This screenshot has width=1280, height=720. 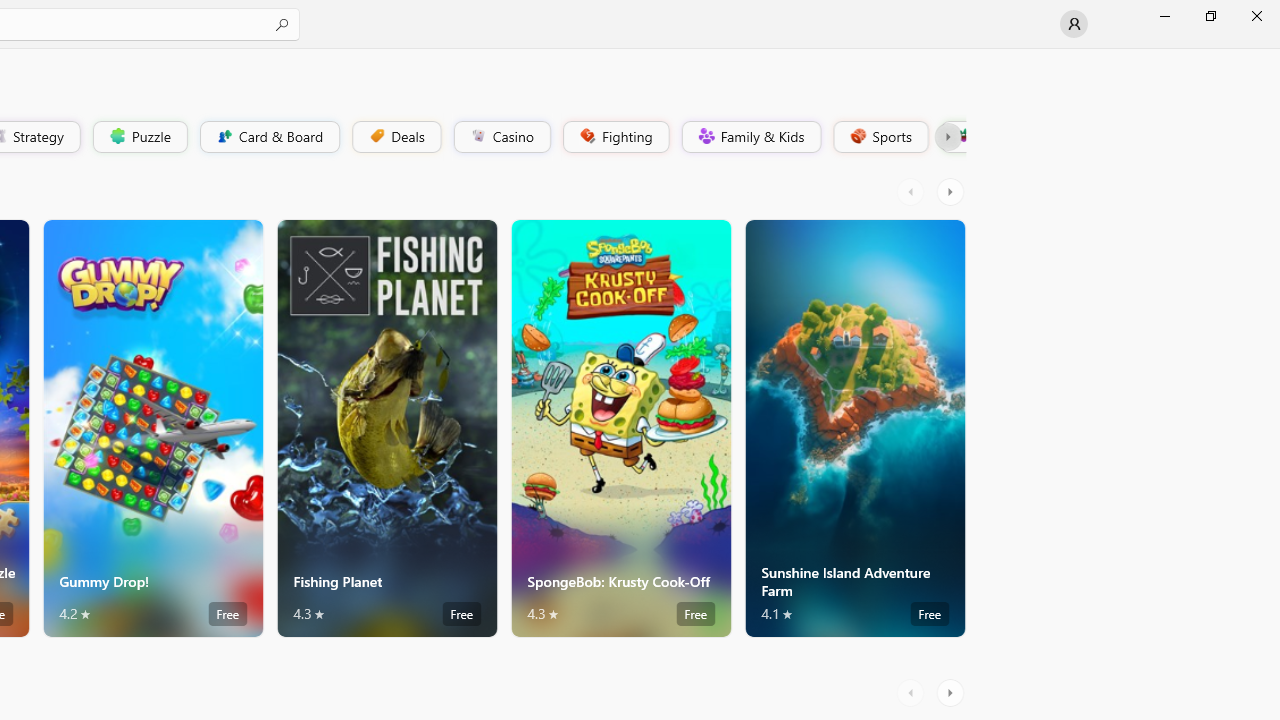 What do you see at coordinates (912, 692) in the screenshot?
I see `'AutomationID: LeftScrollButton'` at bounding box center [912, 692].